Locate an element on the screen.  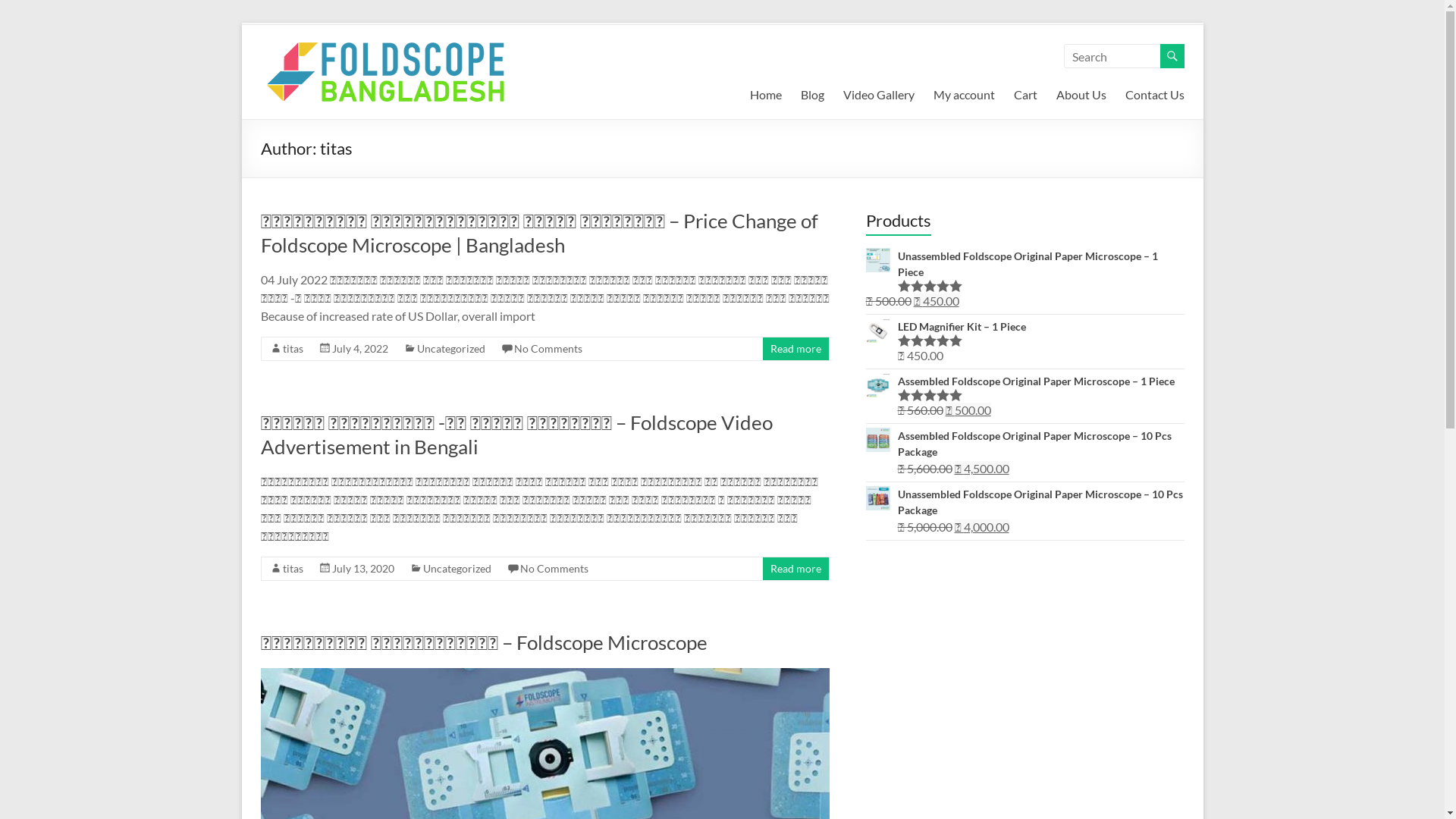
'Read more' is located at coordinates (770, 568).